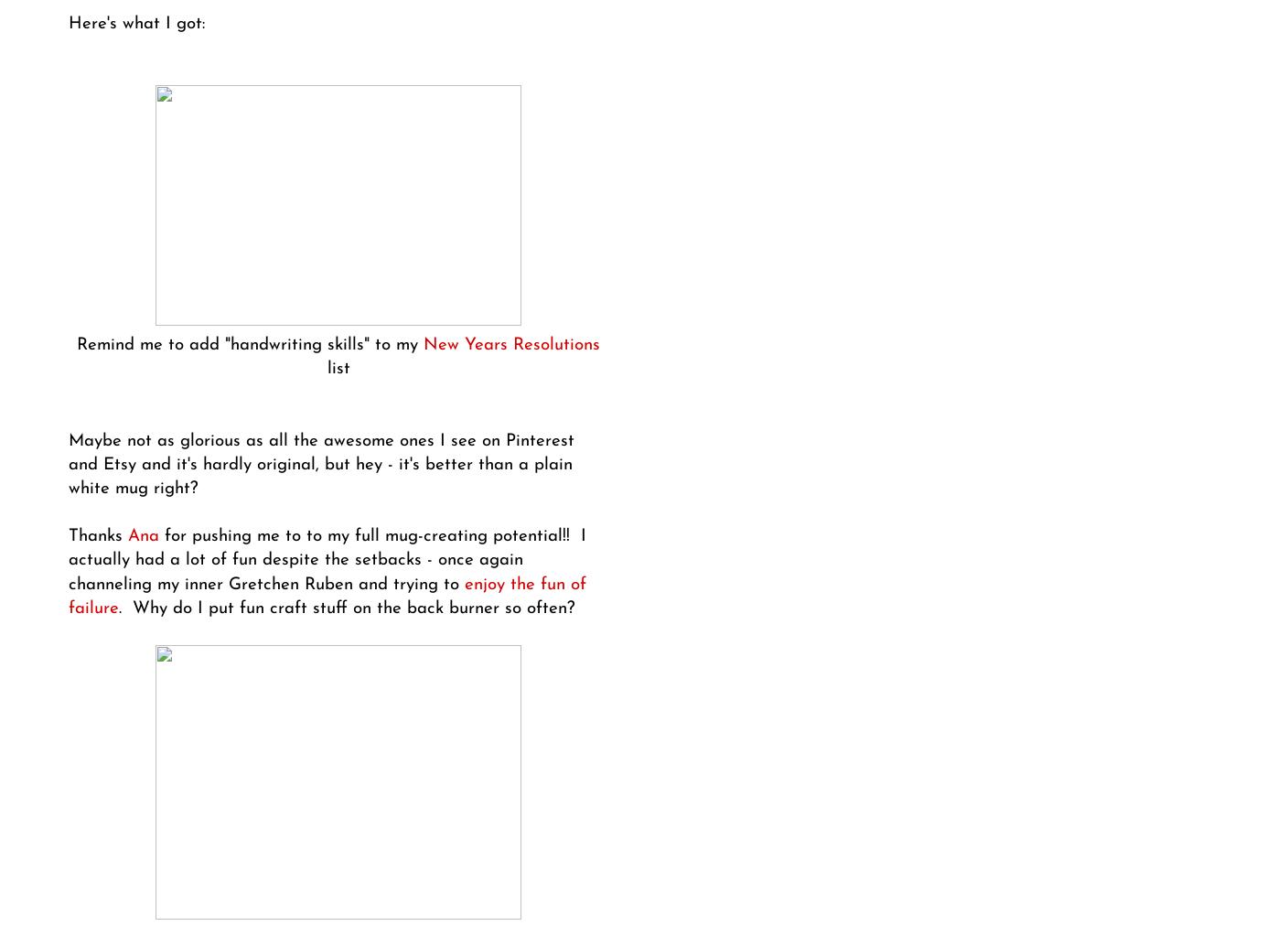 The width and height of the screenshot is (1288, 926). Describe the element at coordinates (327, 596) in the screenshot. I see `'enjoy the fun of failure'` at that location.